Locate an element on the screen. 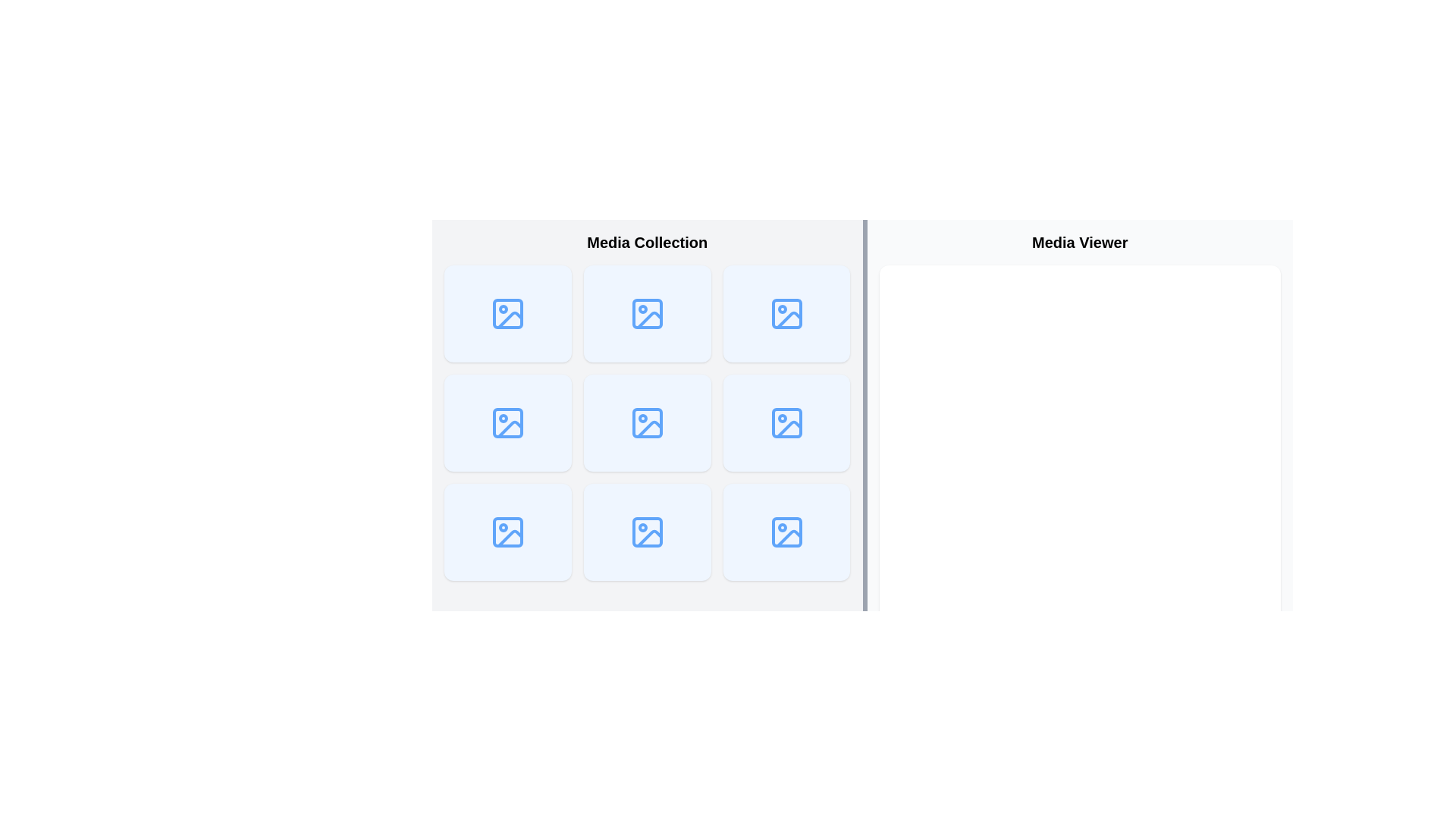 The height and width of the screenshot is (819, 1456). the Decorative UI component within the image thumbnail icon located at the center of the top-center cell in the 'Media Collection' section is located at coordinates (647, 312).